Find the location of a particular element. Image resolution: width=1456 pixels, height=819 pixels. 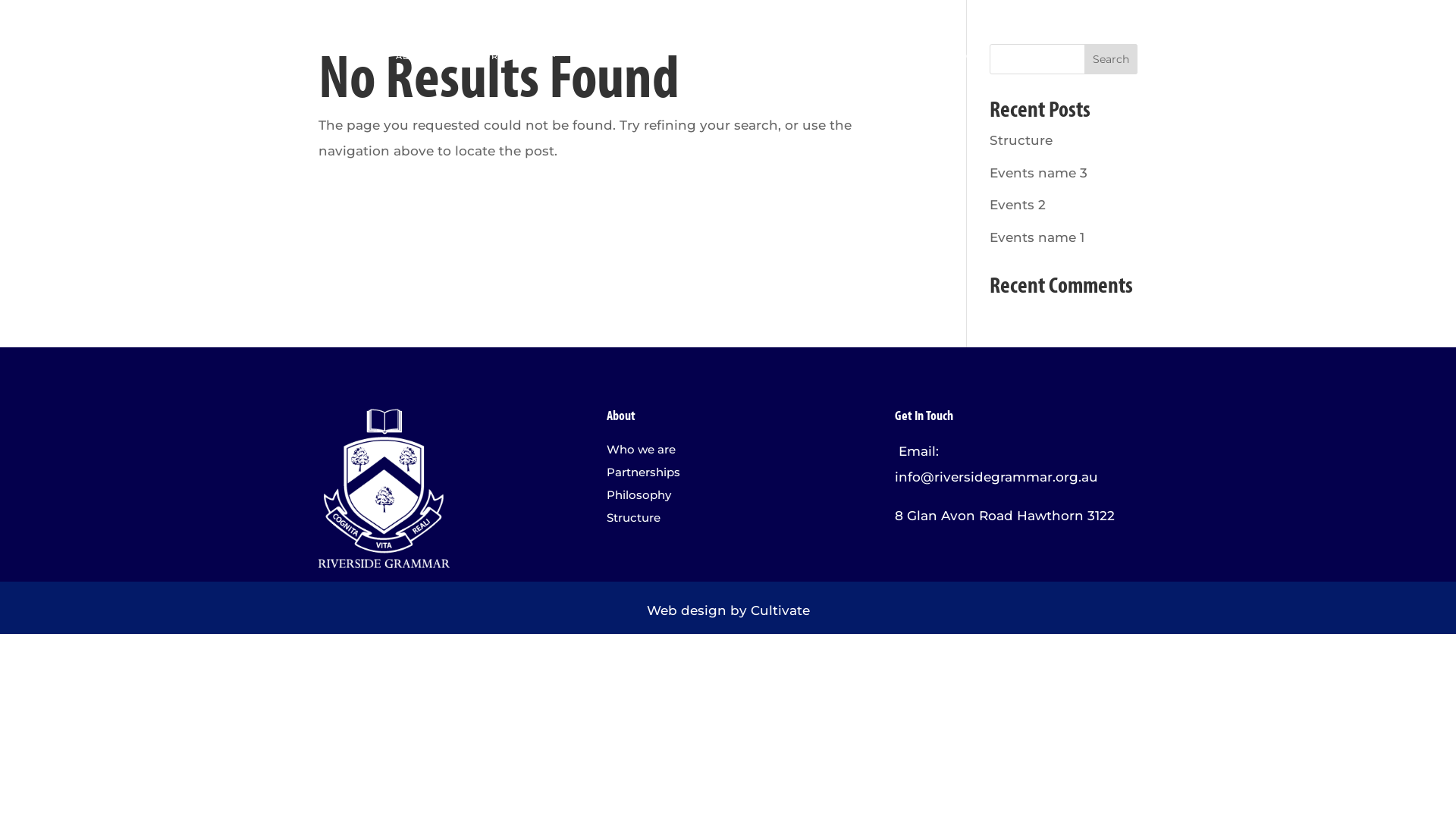

'Search' is located at coordinates (1110, 58).